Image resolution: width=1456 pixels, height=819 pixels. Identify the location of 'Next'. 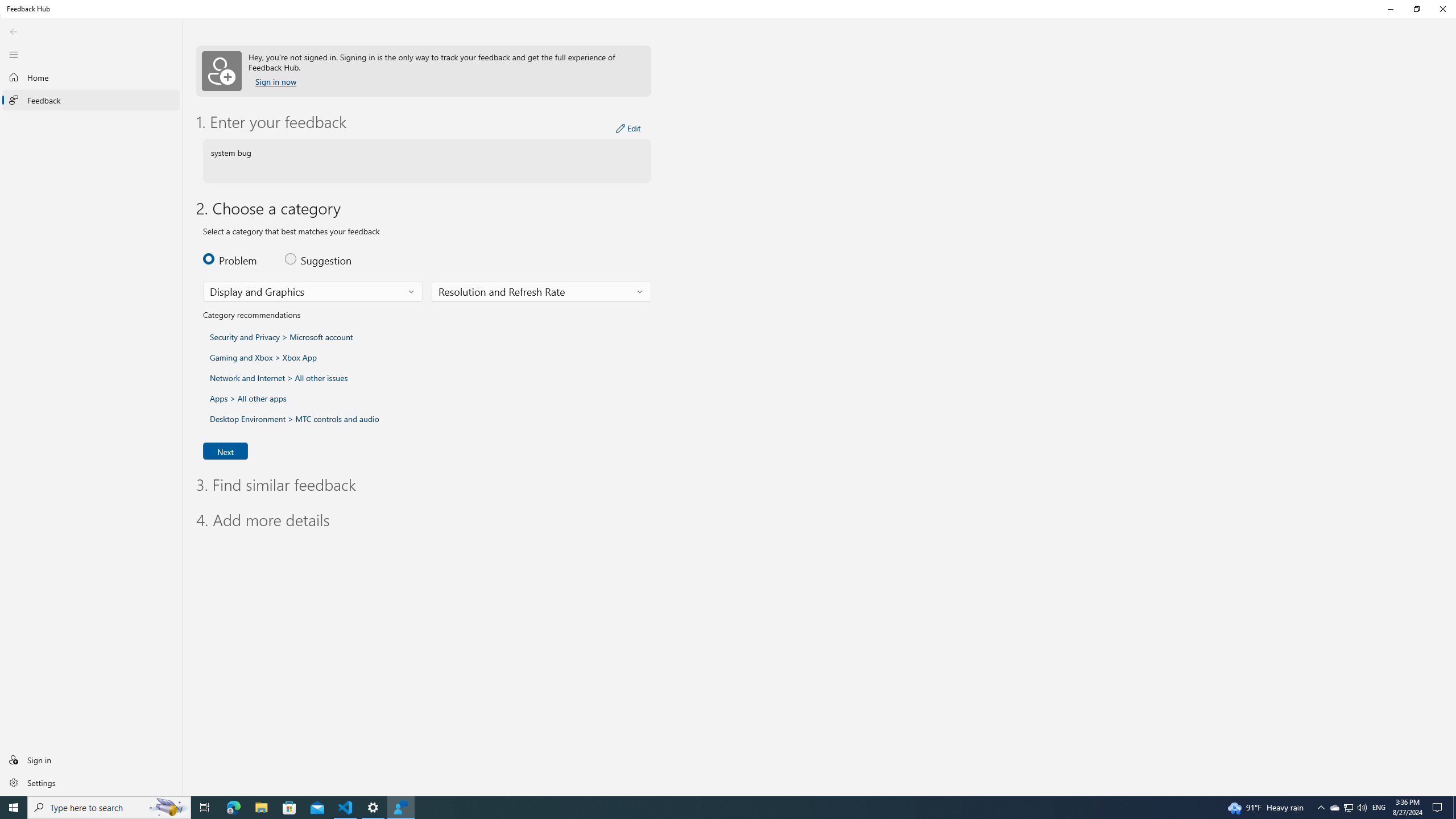
(225, 450).